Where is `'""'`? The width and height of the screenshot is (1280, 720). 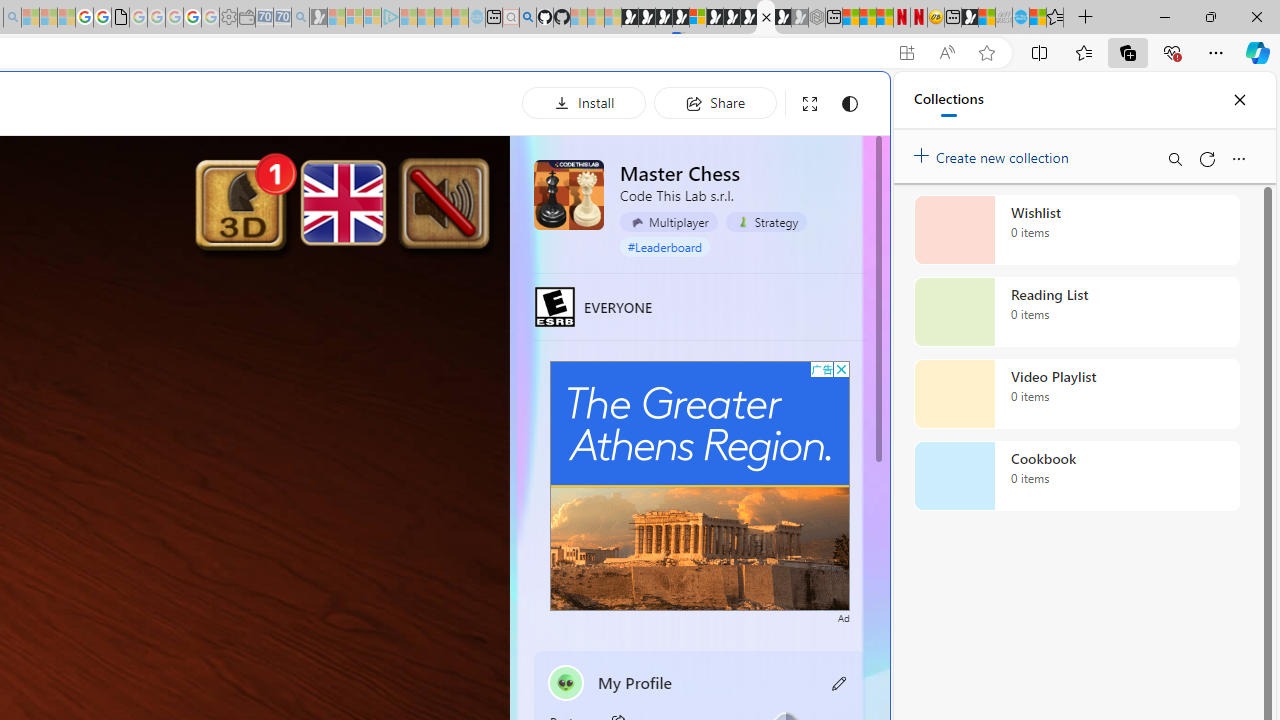
'""' is located at coordinates (564, 681).